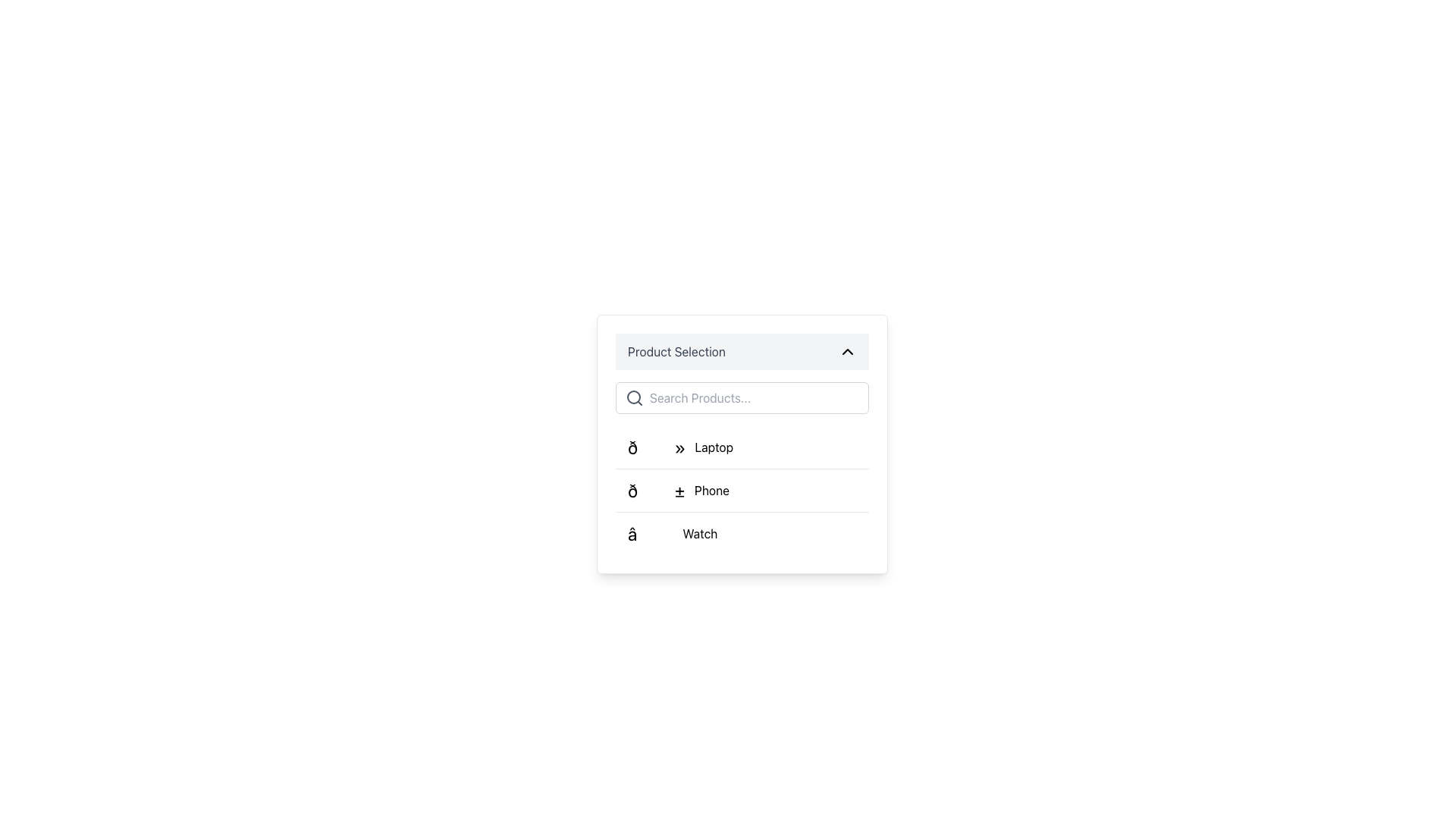 This screenshot has height=819, width=1456. Describe the element at coordinates (711, 491) in the screenshot. I see `the 'Phone' text label which is part of a selection list, positioned to the right of an emoji icon` at that location.